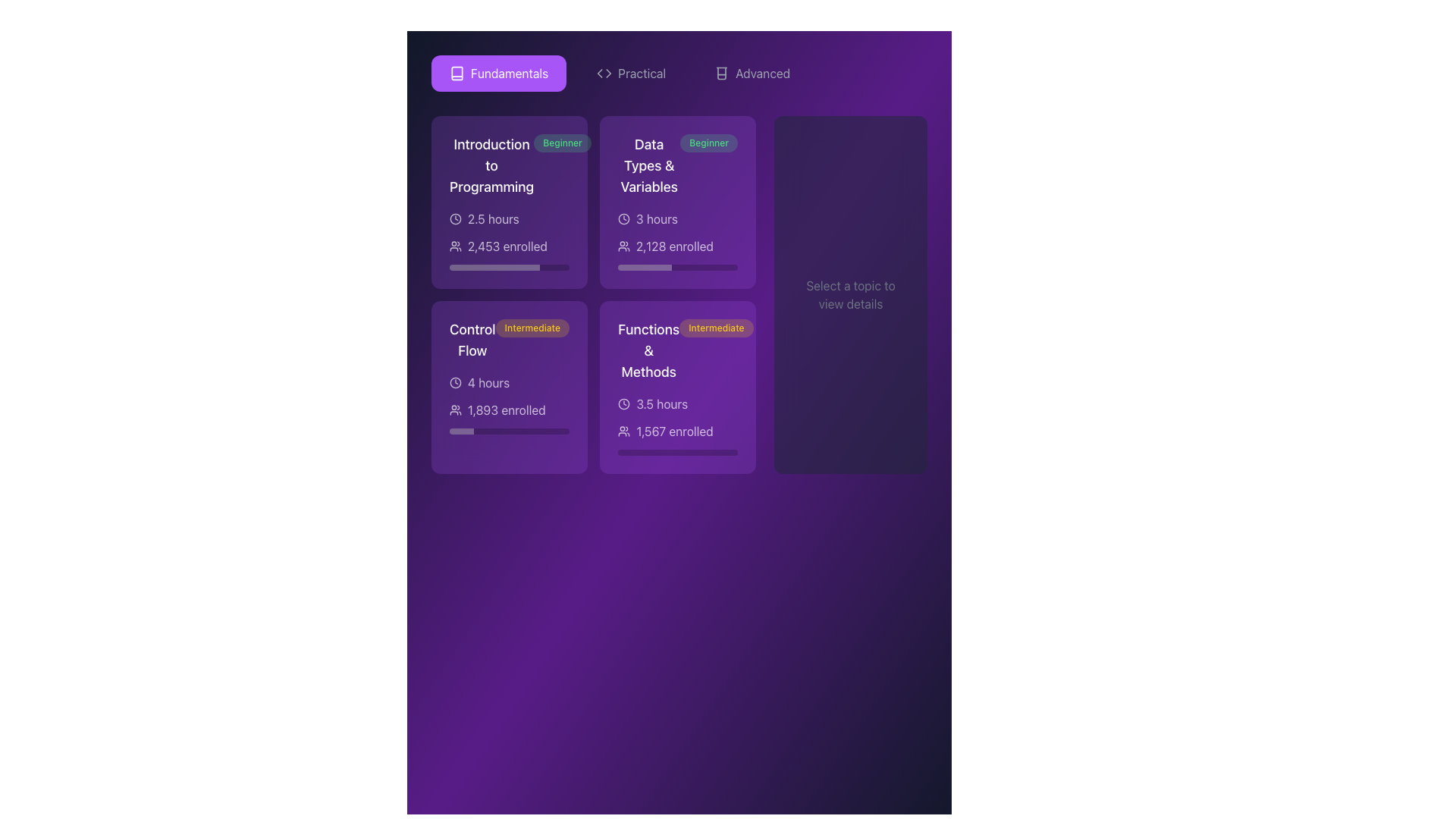  Describe the element at coordinates (454, 382) in the screenshot. I see `the SVG graphic element forming a circle that represents a clock face, located near the bottom-left corner of the second tile in the second row of course descriptions` at that location.